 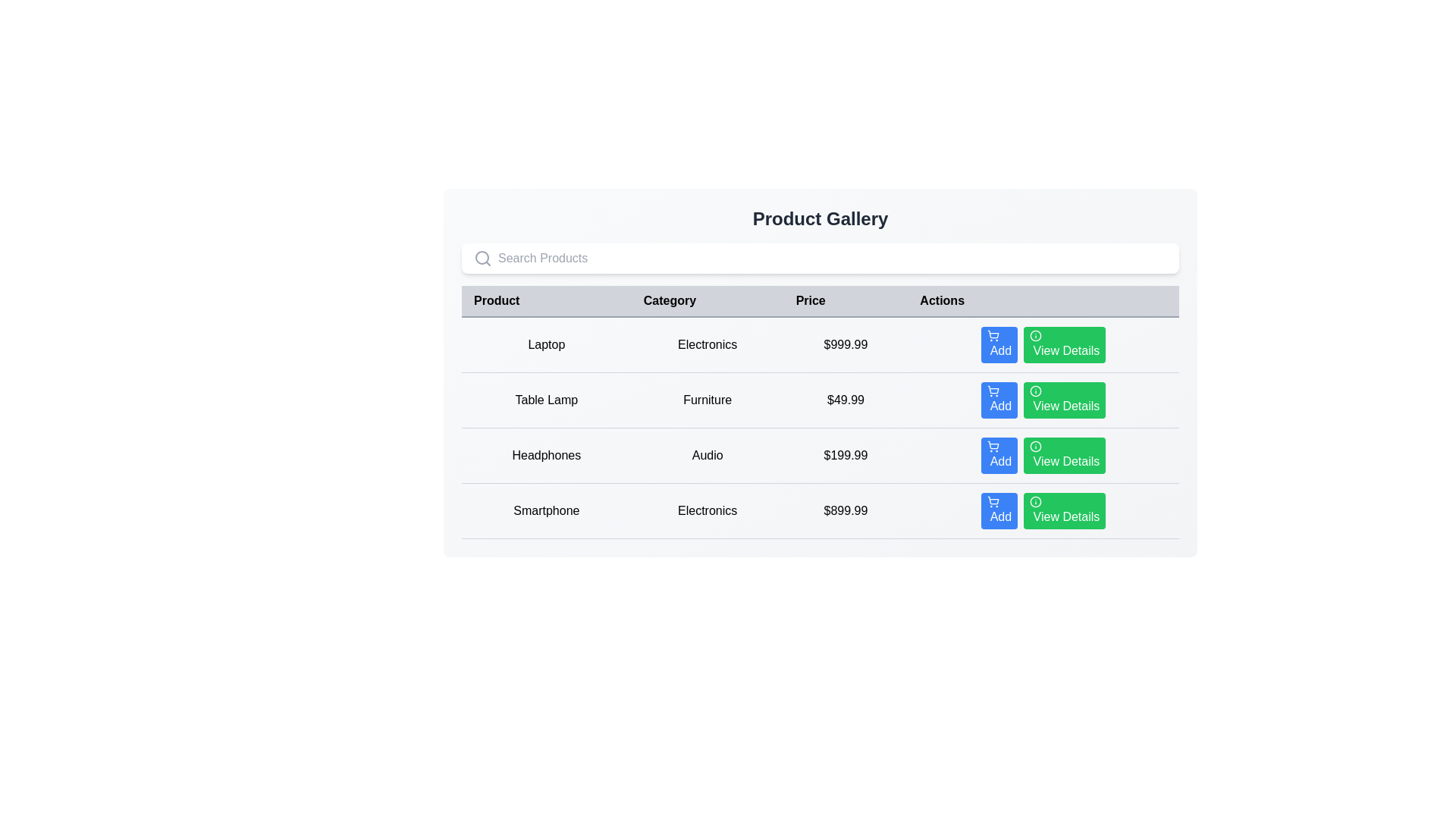 I want to click on the price display element showing '$999.99', which is located in the third column of the first row of a table, adjacent to 'Laptop' and 'Electronics', so click(x=845, y=344).